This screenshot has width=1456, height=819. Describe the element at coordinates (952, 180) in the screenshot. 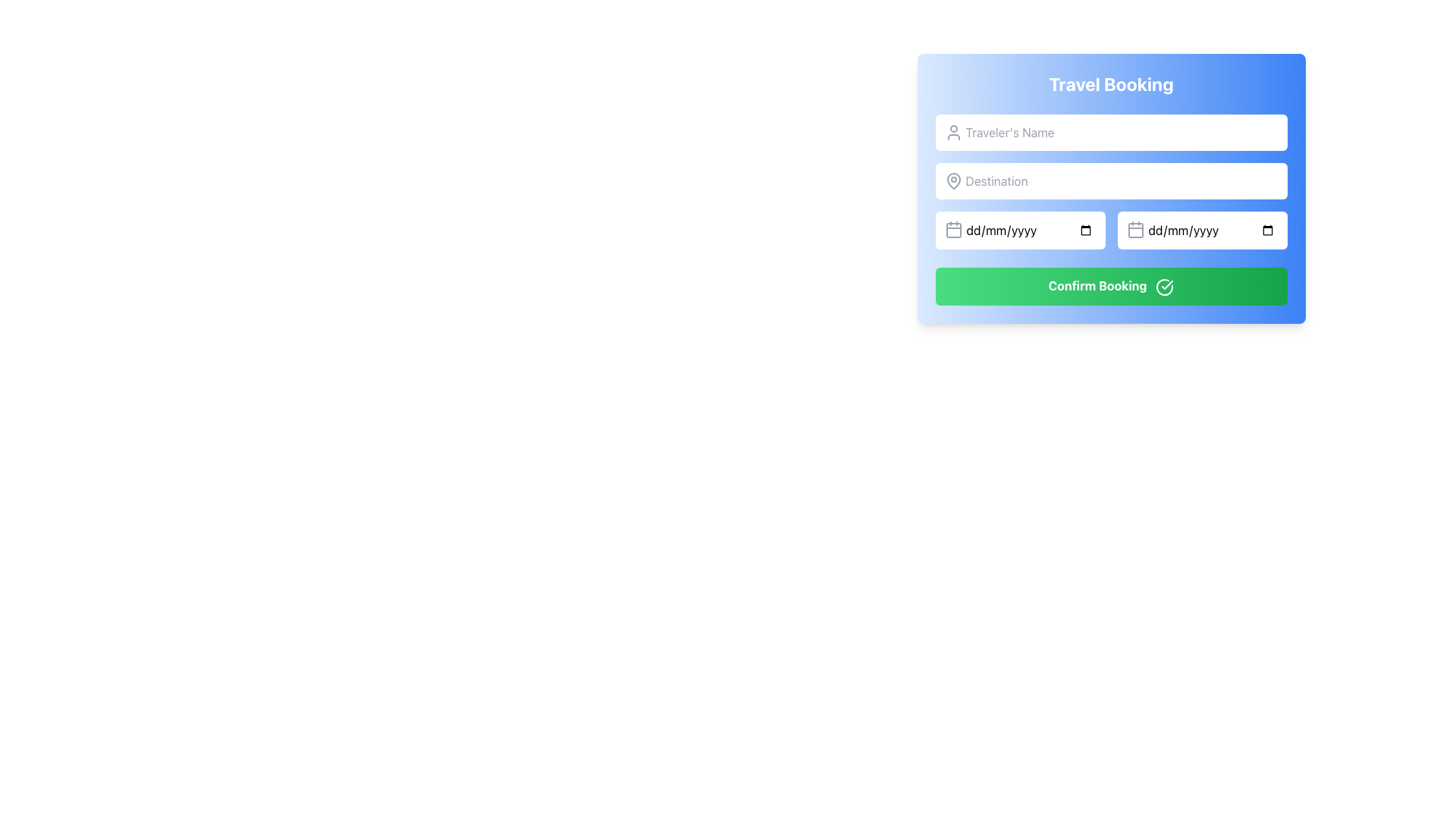

I see `the location icon in the 'Destination' input field of the travel booking form, which is the left-most icon in that field` at that location.